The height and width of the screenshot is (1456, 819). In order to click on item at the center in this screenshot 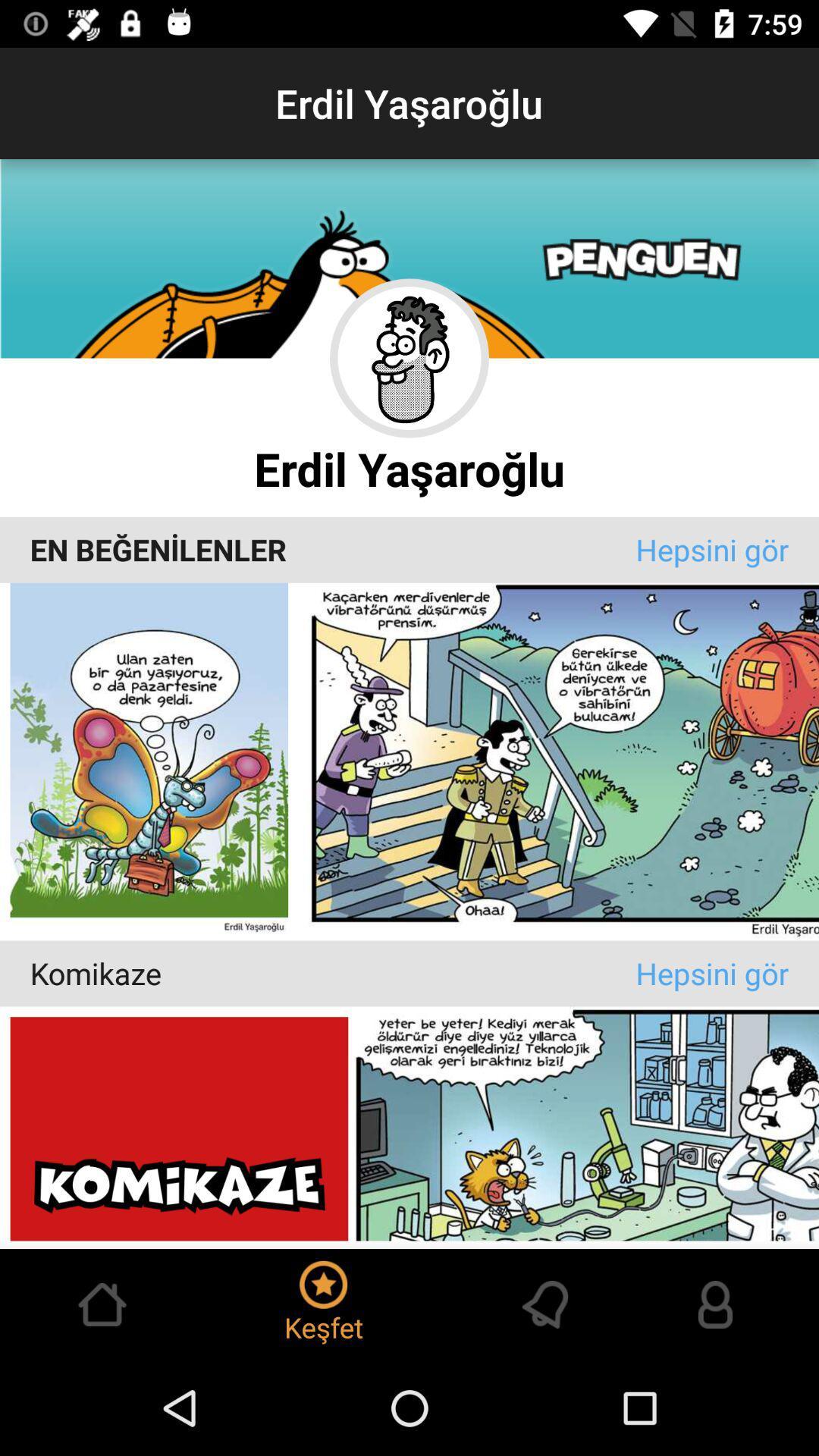, I will do `click(332, 548)`.